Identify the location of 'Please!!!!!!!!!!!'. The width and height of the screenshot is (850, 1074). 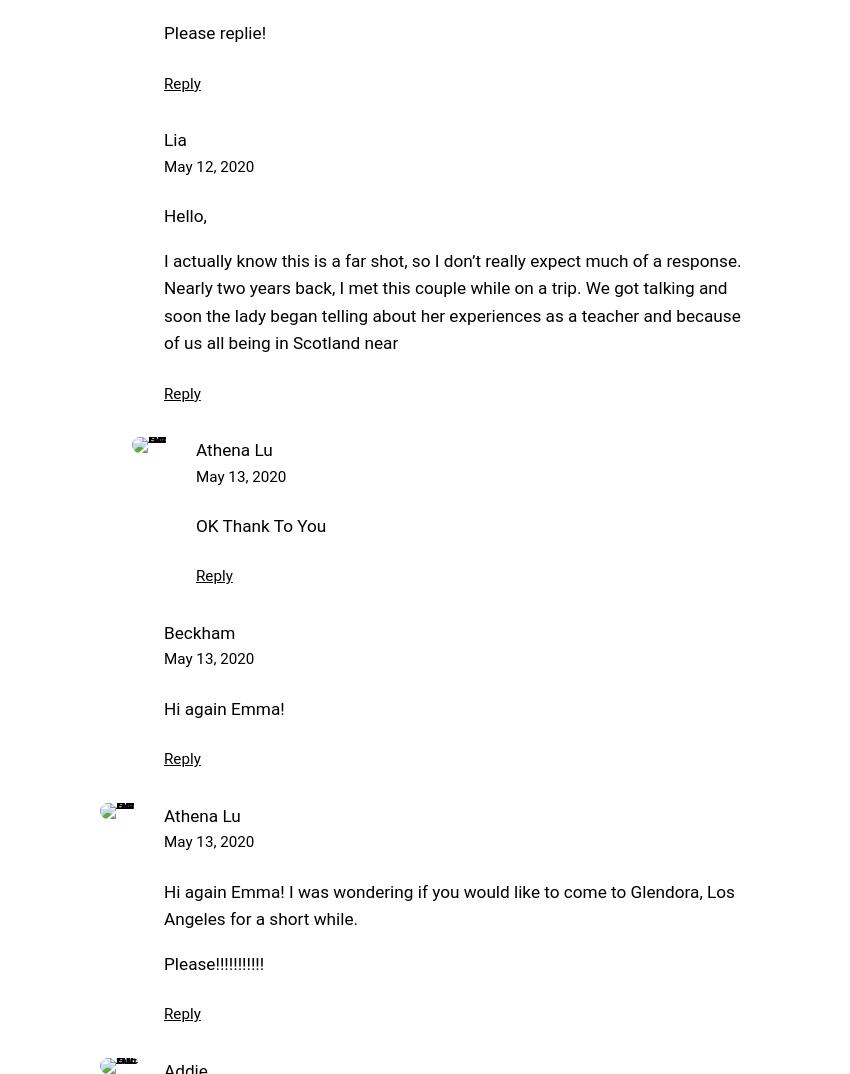
(214, 962).